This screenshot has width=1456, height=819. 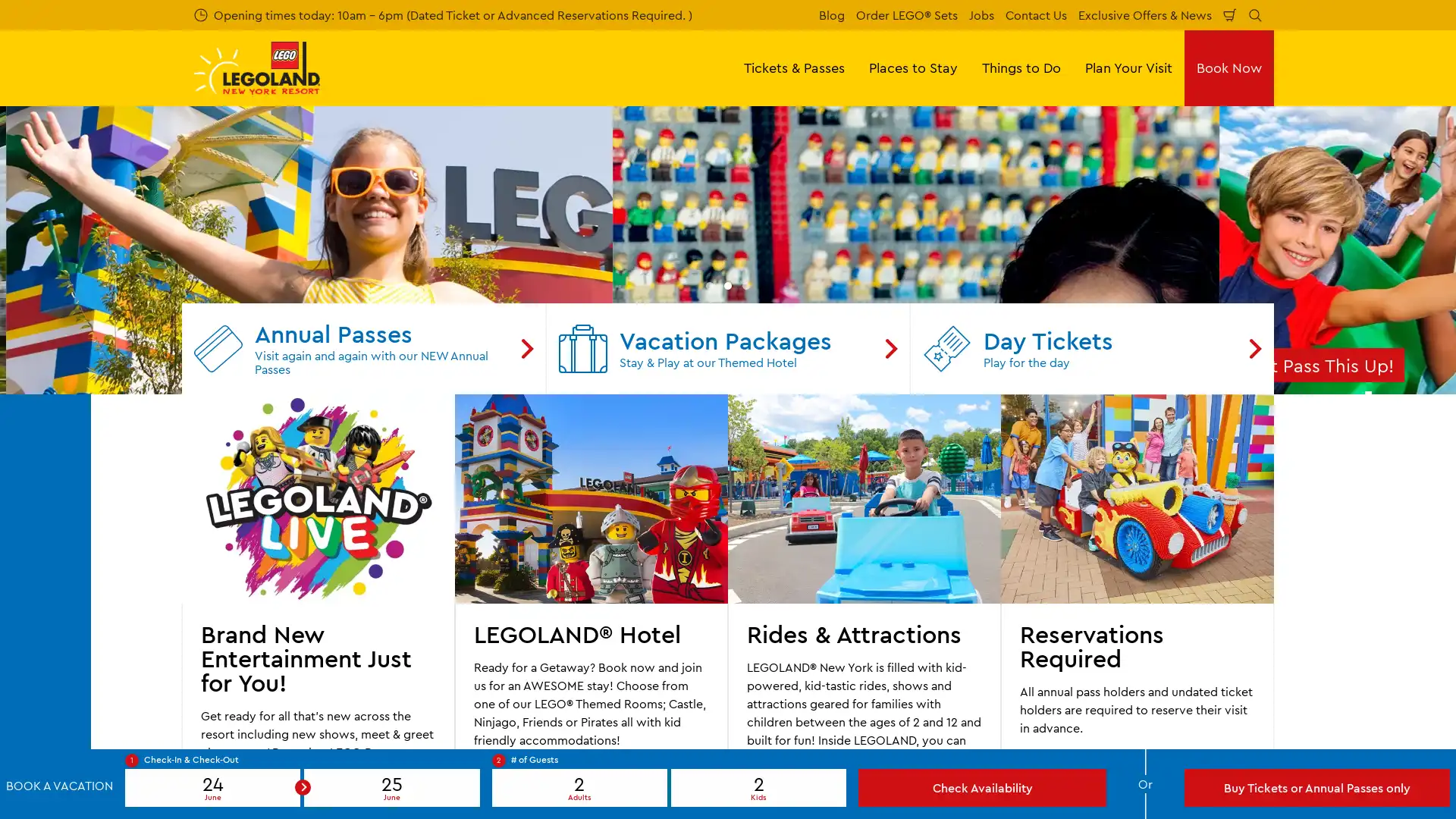 What do you see at coordinates (1021, 67) in the screenshot?
I see `Things to Do` at bounding box center [1021, 67].